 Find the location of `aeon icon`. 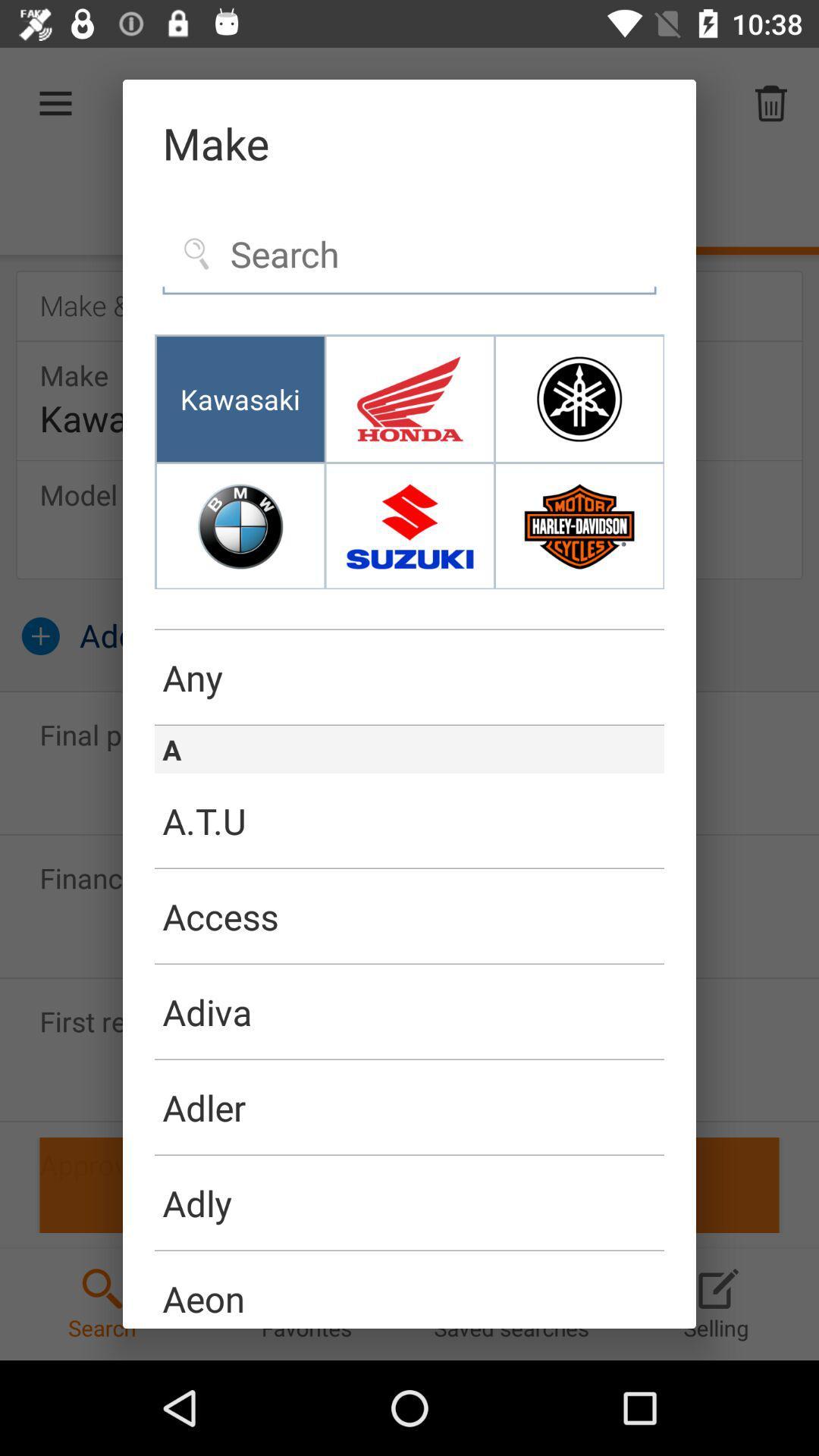

aeon icon is located at coordinates (409, 1288).